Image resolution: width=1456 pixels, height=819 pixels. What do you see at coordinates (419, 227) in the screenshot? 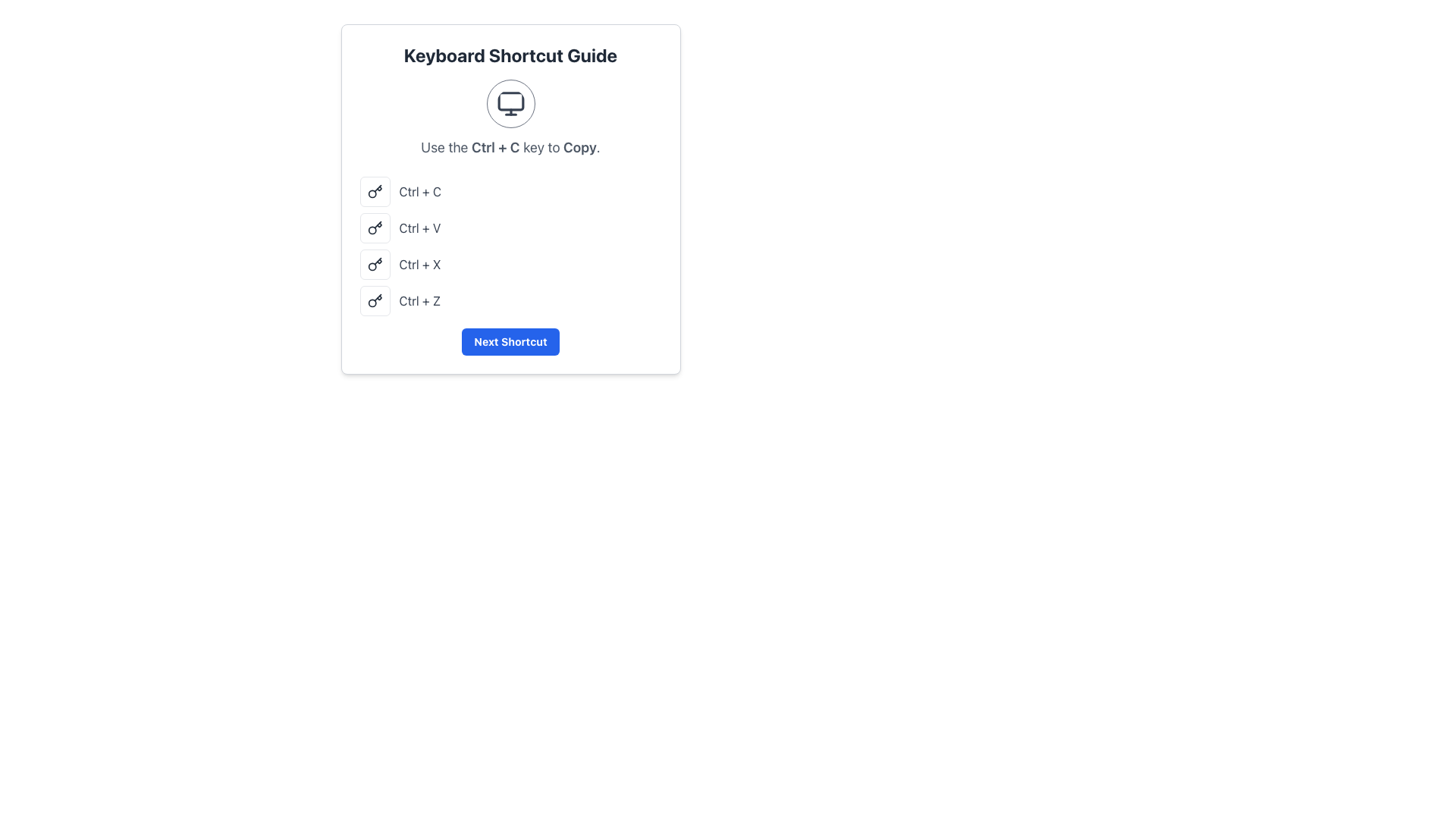
I see `the text element displaying 'Ctrl + V', which is styled in gray and positioned as the second text entry in a vertical list of keyboard shortcuts` at bounding box center [419, 227].